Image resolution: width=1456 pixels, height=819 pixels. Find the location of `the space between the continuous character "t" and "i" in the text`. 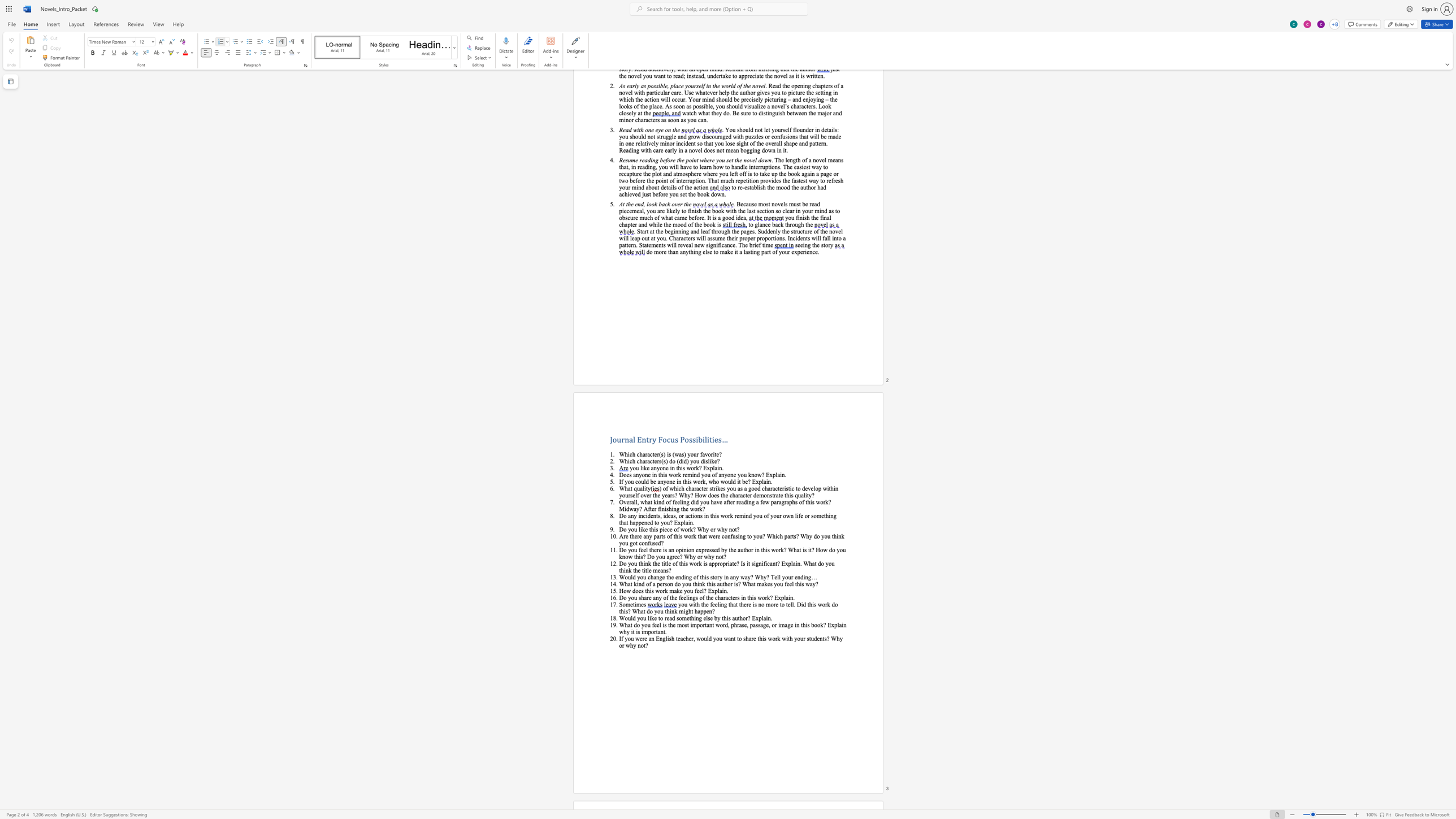

the space between the continuous character "t" and "i" in the text is located at coordinates (634, 604).